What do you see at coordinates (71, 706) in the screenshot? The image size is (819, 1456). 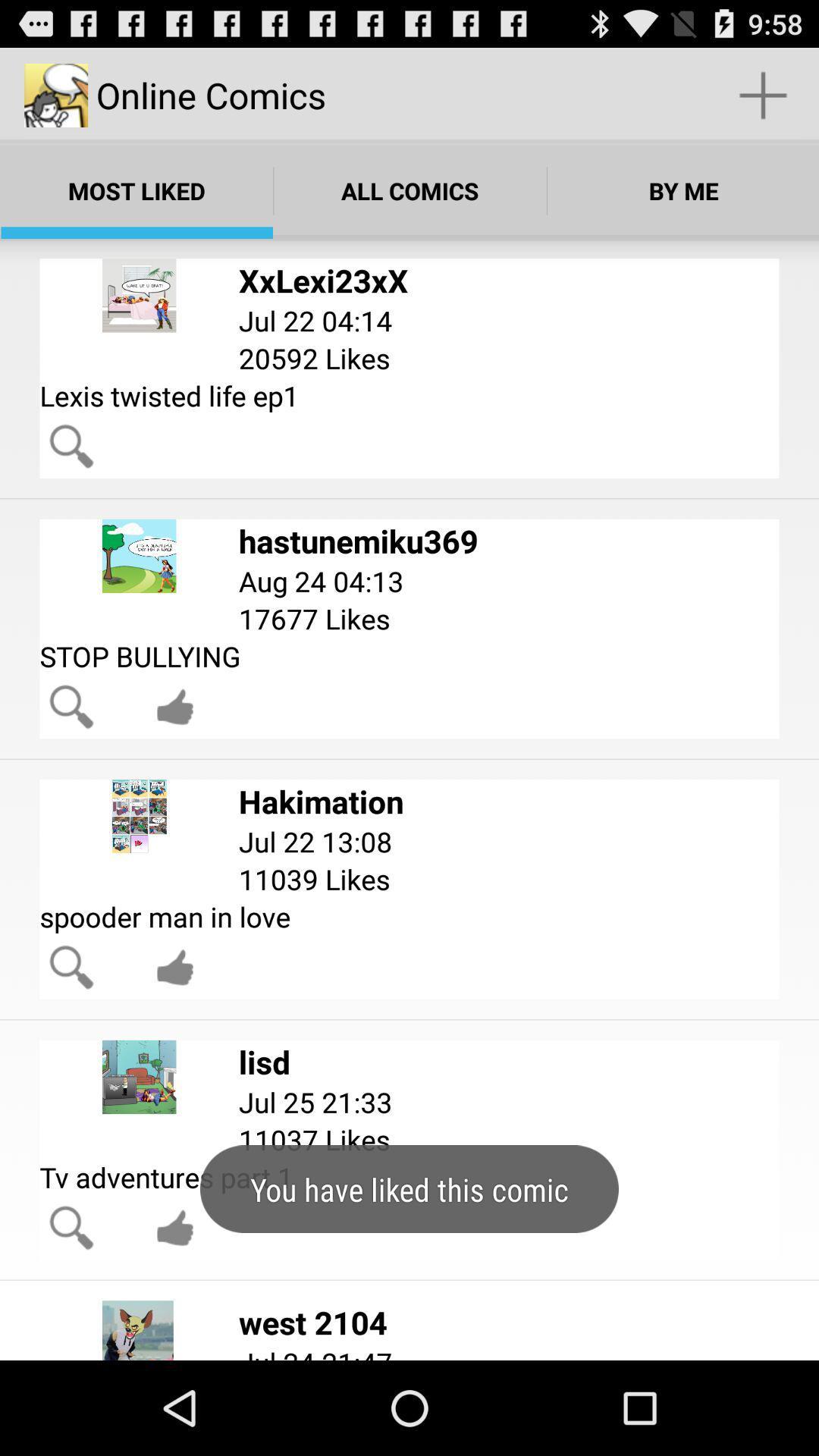 I see `search for comic` at bounding box center [71, 706].